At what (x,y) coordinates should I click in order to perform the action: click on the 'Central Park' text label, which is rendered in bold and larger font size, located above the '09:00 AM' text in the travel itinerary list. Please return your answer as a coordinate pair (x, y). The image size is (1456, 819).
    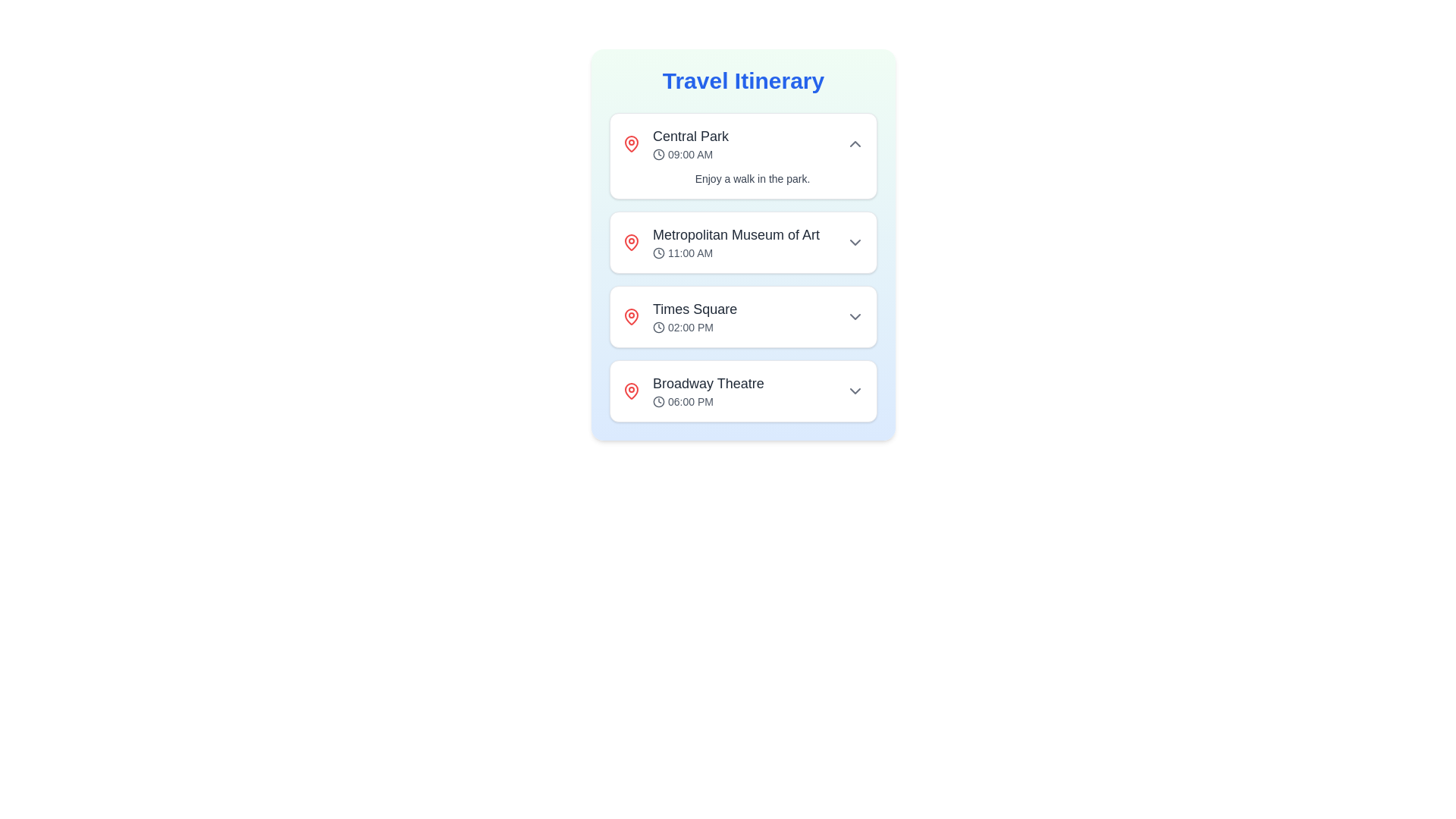
    Looking at the image, I should click on (690, 136).